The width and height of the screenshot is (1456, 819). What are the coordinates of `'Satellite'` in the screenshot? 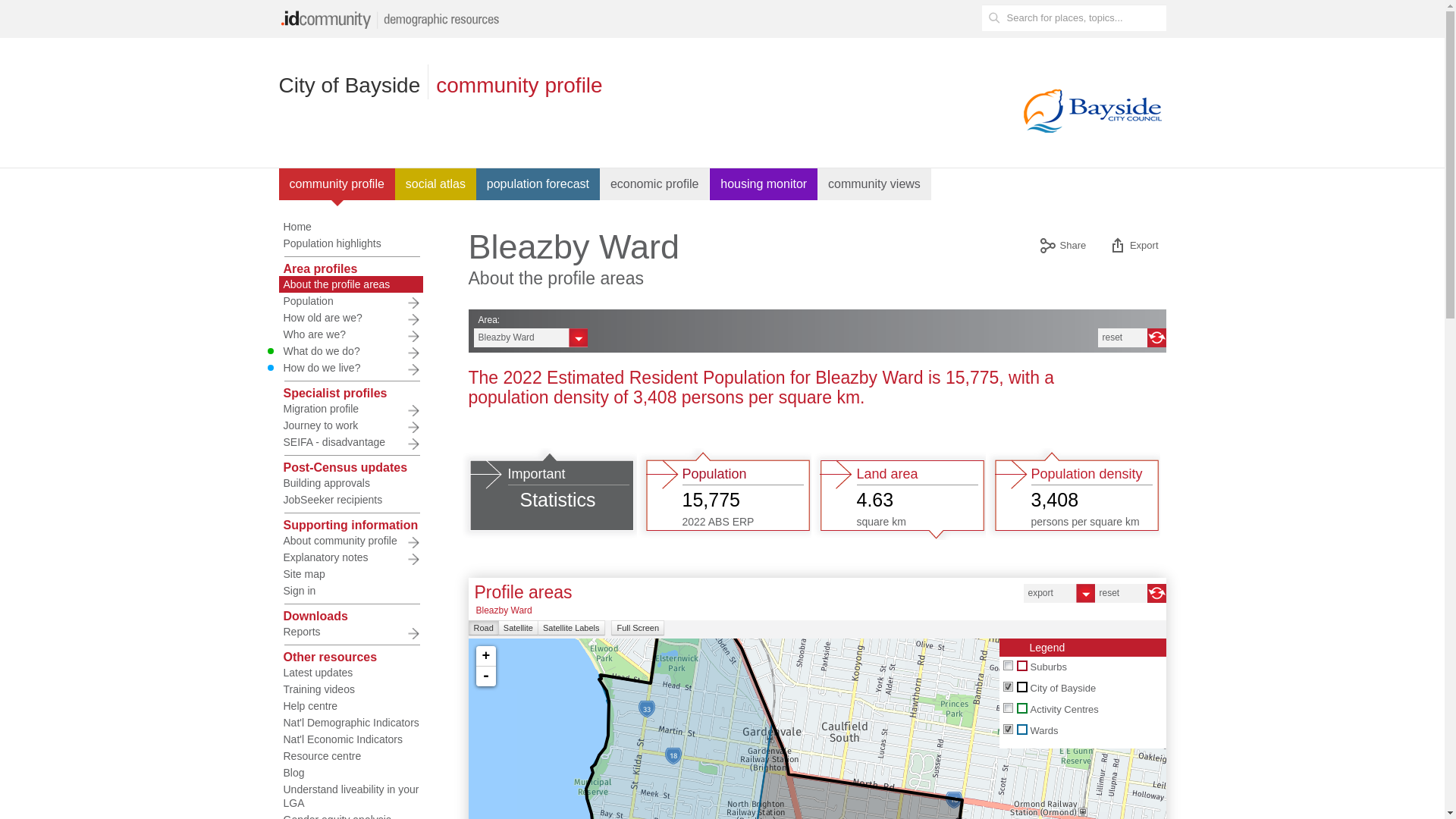 It's located at (518, 628).